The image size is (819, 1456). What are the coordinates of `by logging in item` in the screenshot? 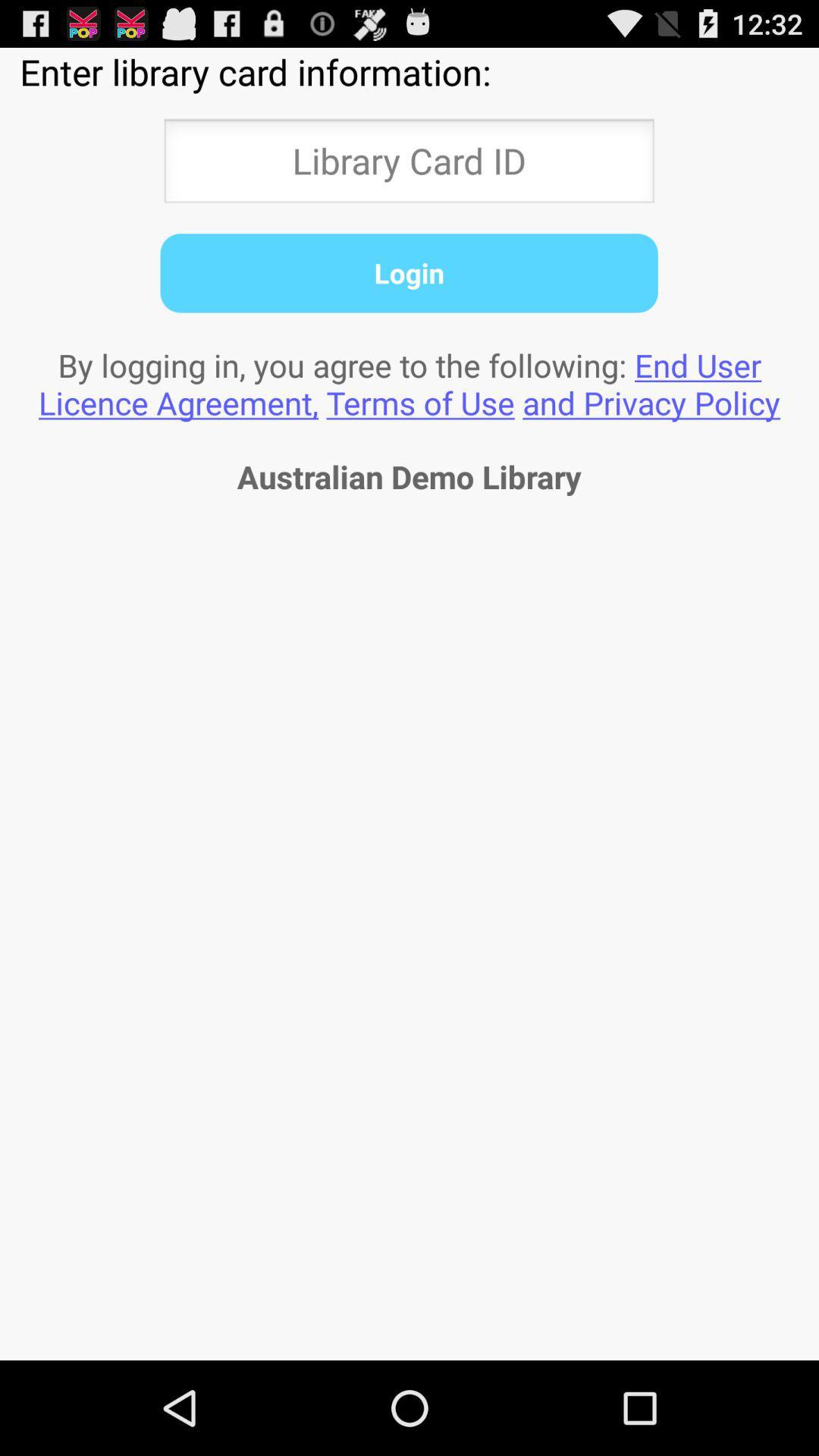 It's located at (409, 384).